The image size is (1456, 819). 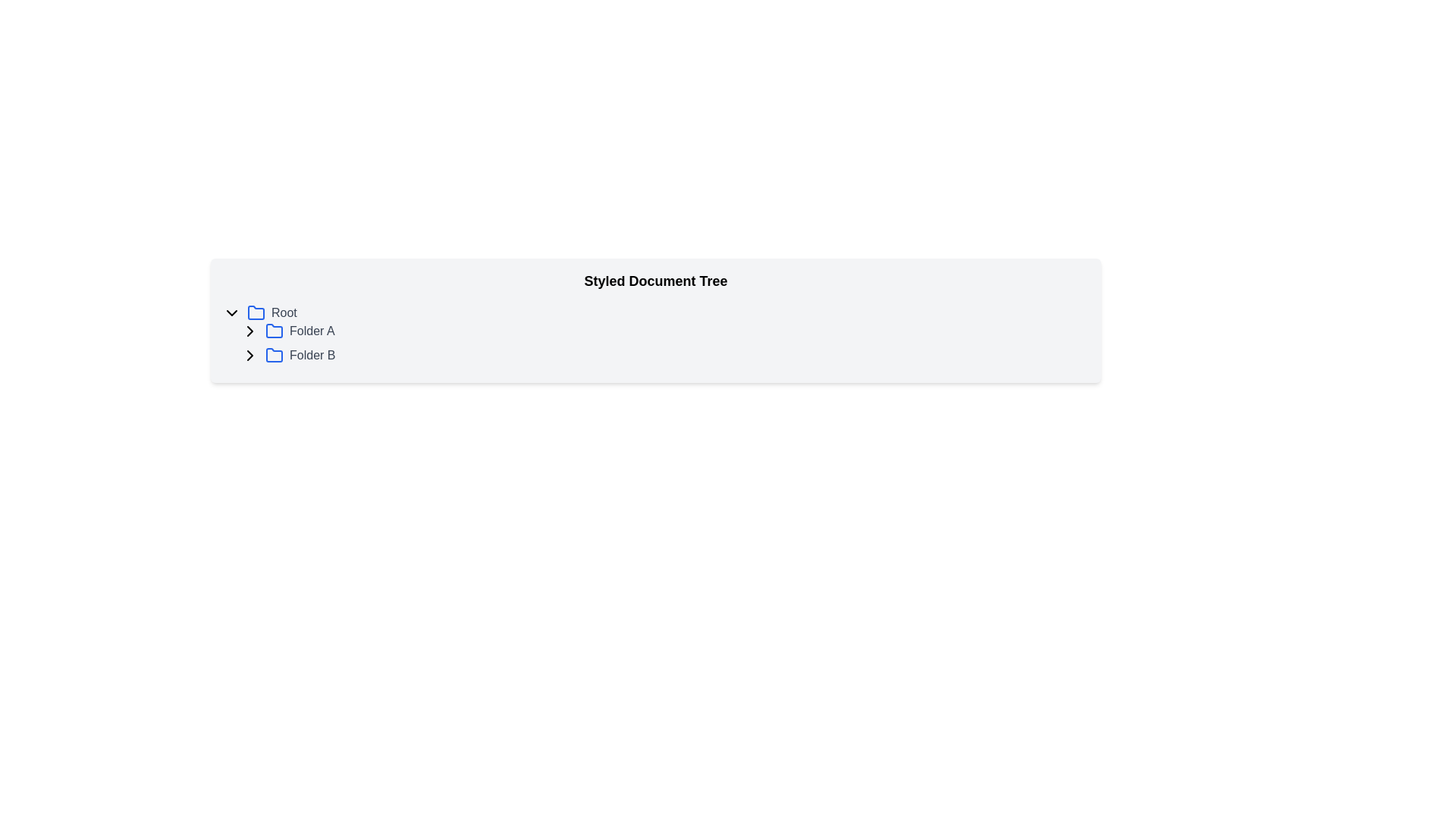 I want to click on the graphical icon representing the folder, which is located to the left of the text 'Folder B' in the tree view hierarchy, so click(x=274, y=356).